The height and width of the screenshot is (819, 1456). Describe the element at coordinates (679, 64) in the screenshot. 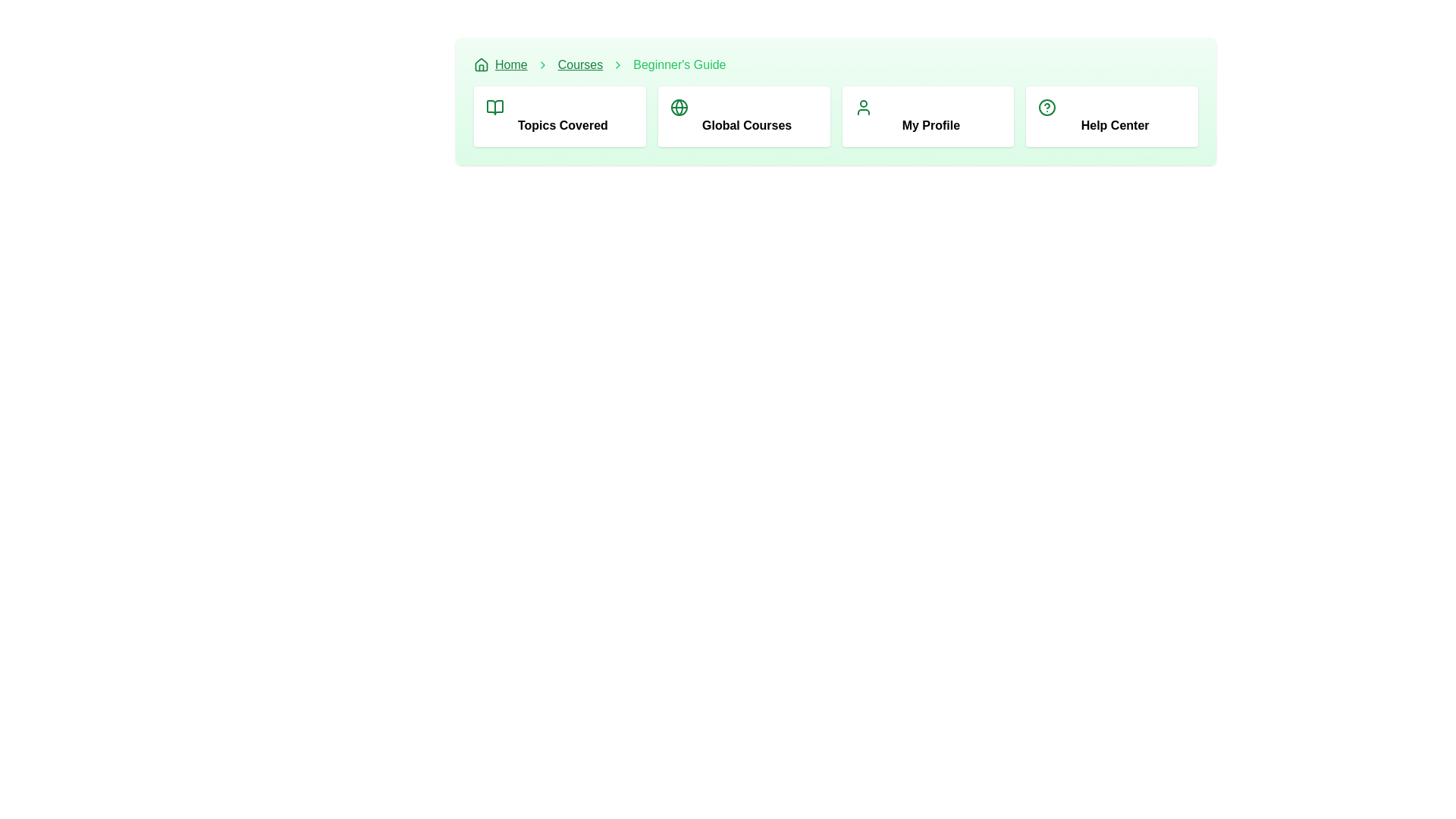

I see `the third element in the breadcrumb navigation bar, which indicates the current page or context, following the 'Courses' label and a right-facing chevron icon` at that location.